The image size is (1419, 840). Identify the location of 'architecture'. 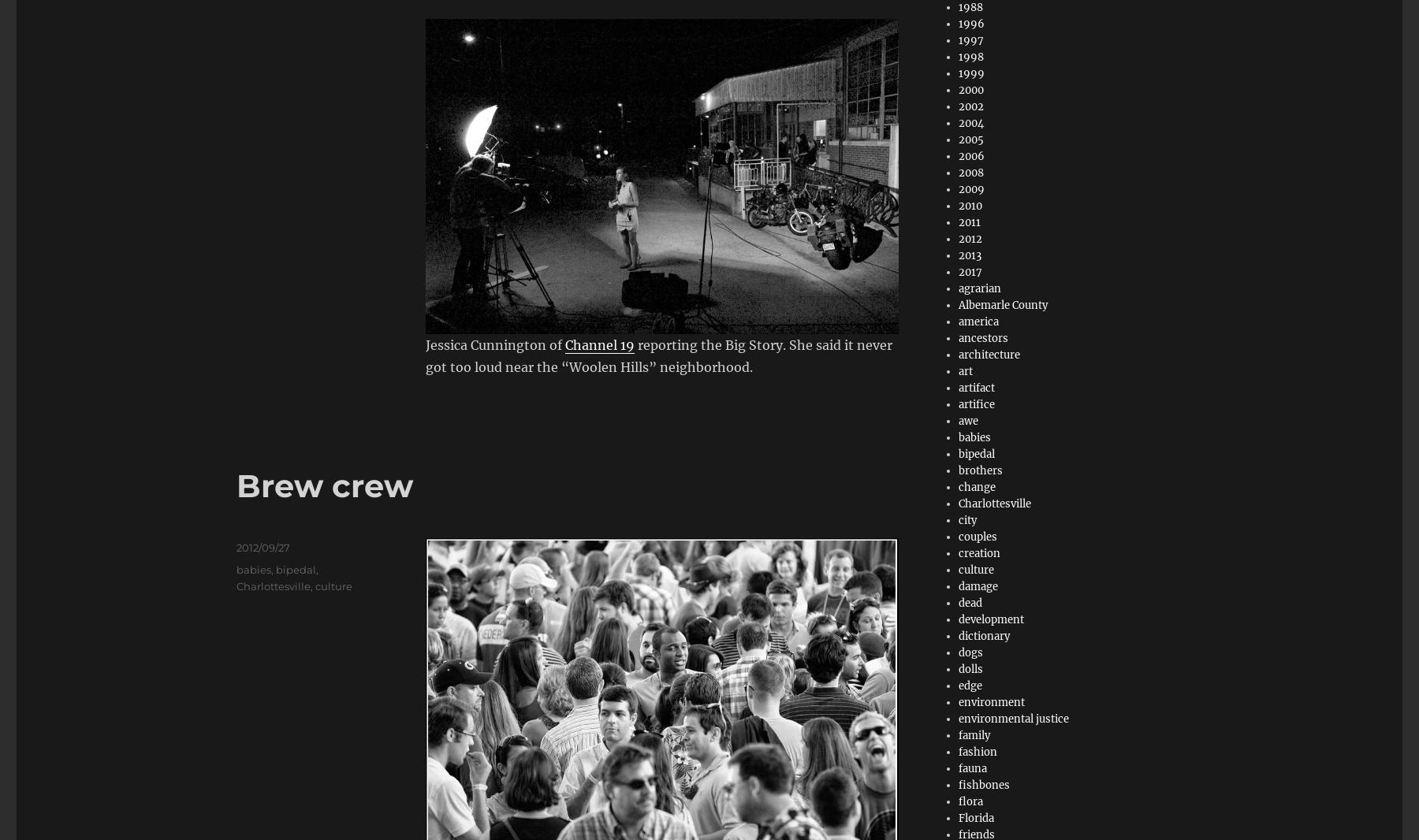
(989, 355).